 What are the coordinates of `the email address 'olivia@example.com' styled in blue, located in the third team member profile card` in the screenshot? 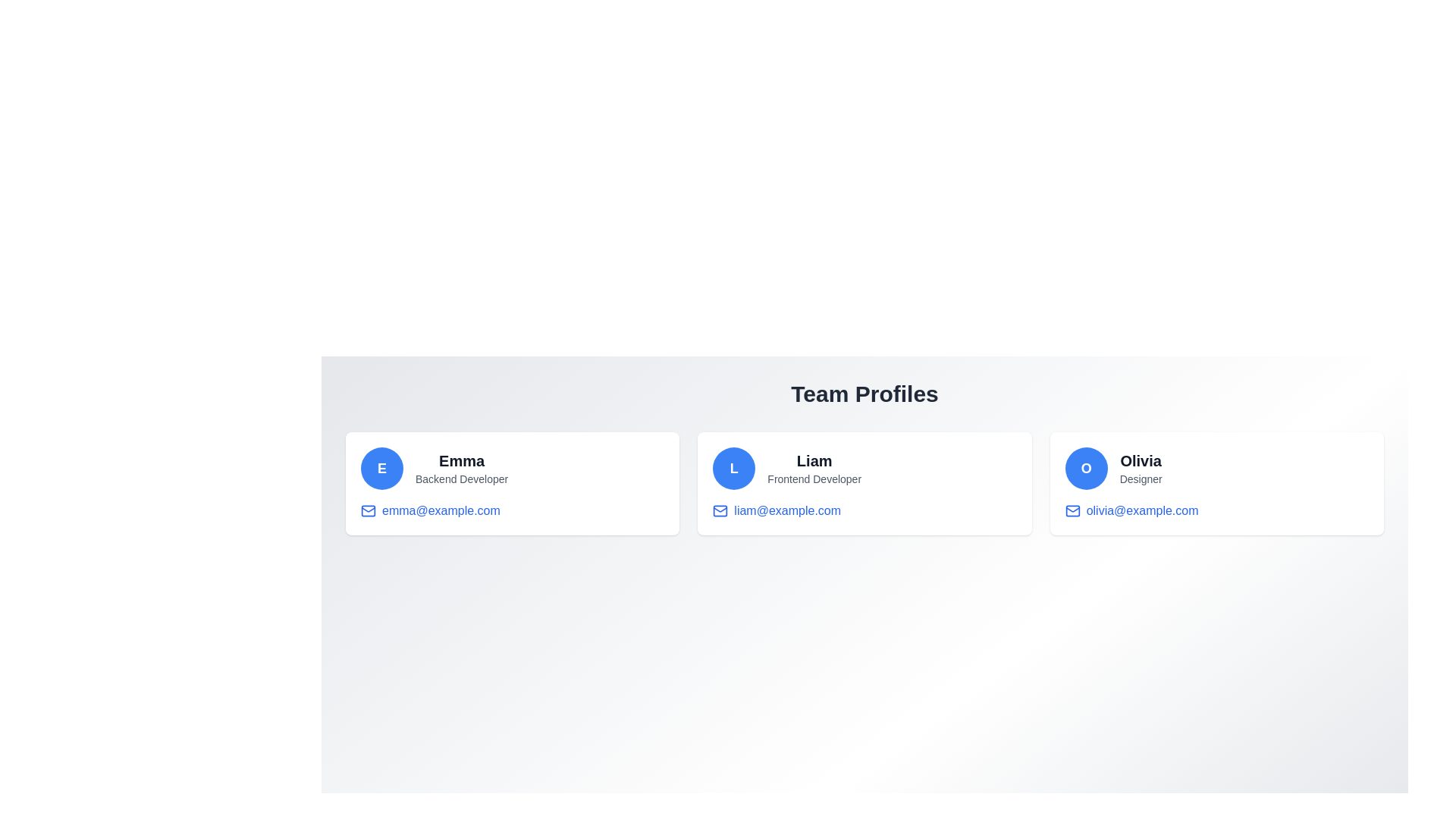 It's located at (1142, 511).